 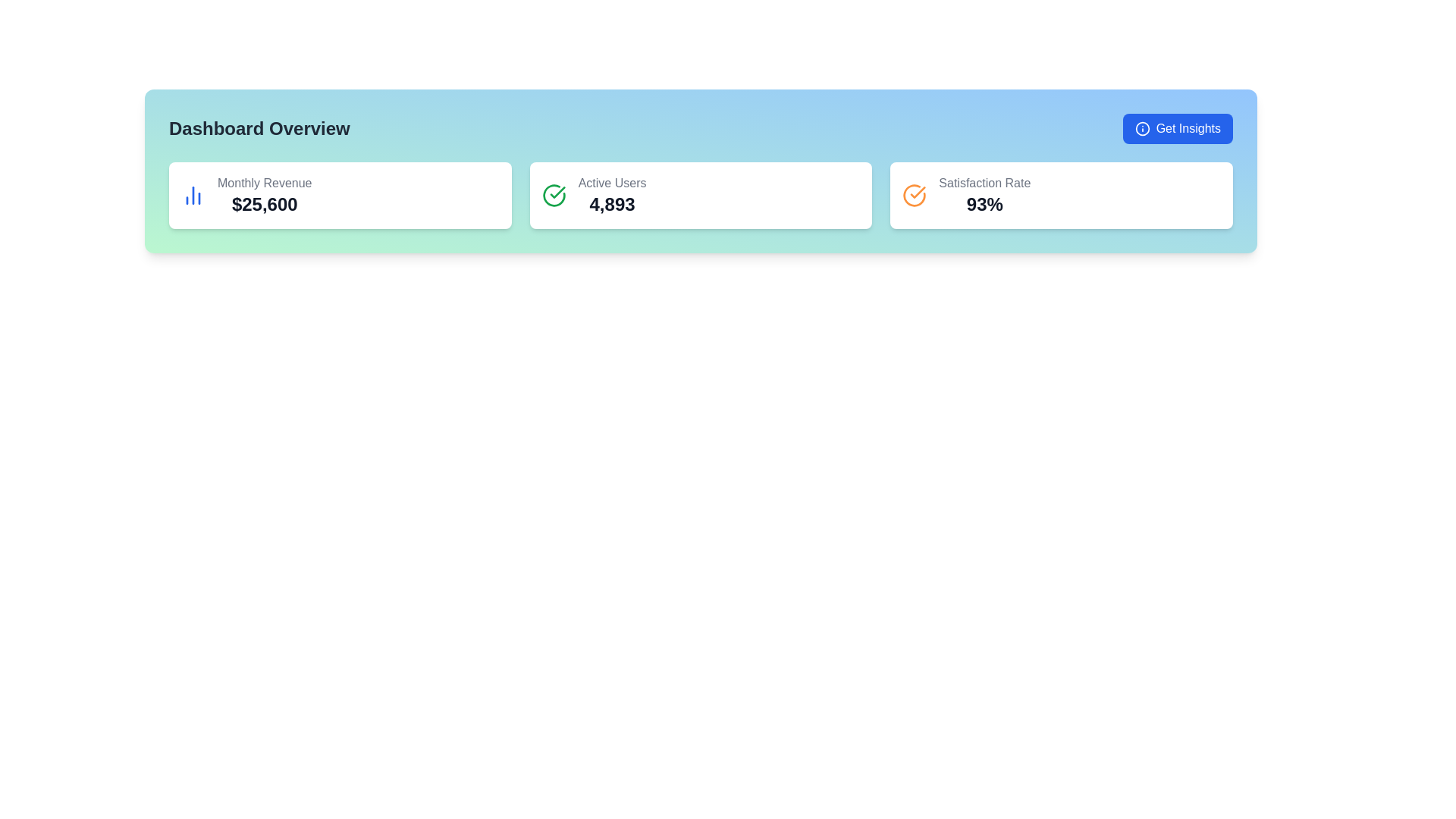 I want to click on the info icon located to the left of the 'Get Insights' button in the upper right part of the interface, so click(x=1142, y=127).